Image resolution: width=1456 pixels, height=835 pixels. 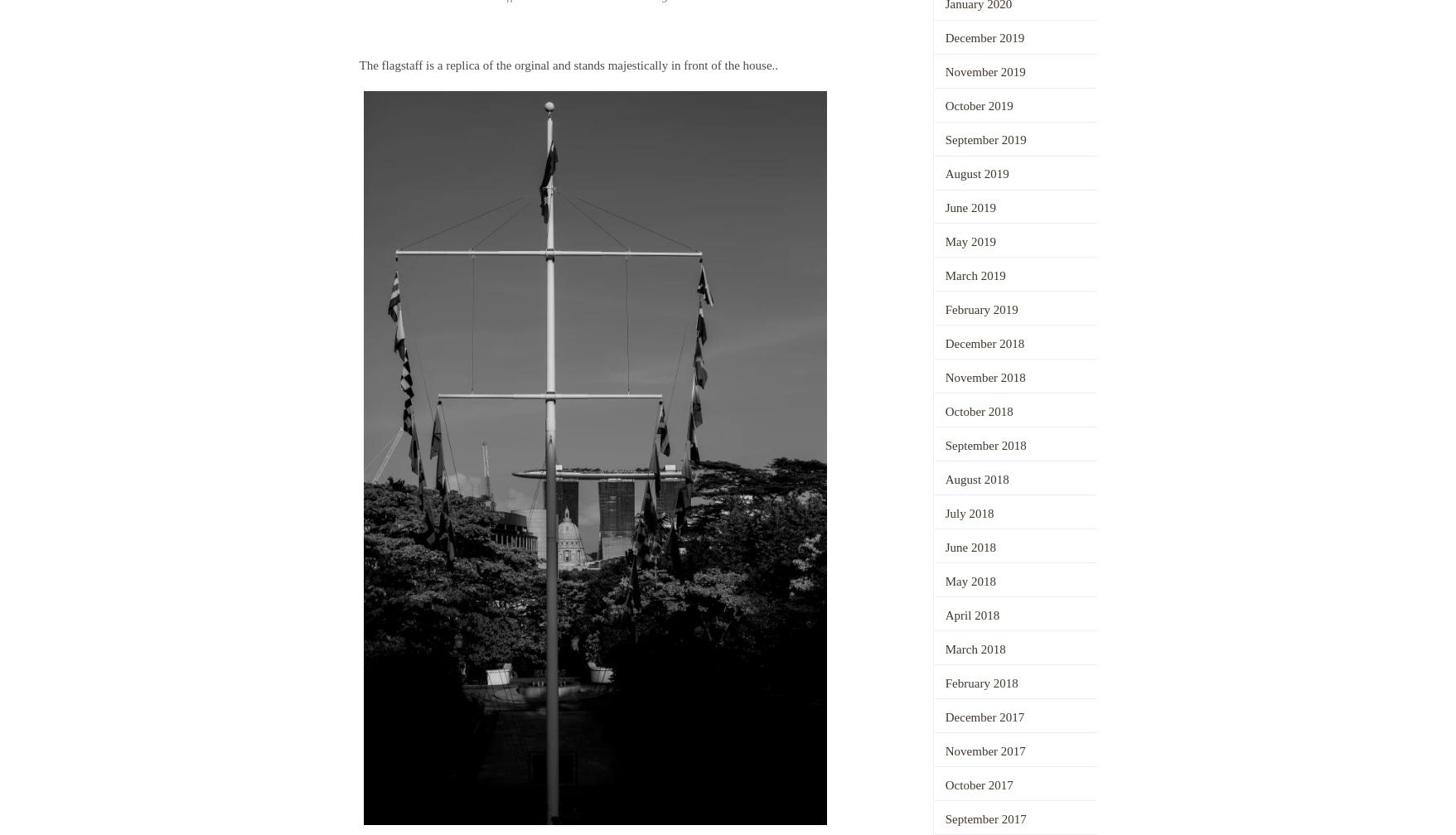 I want to click on 'September 2017', so click(x=984, y=818).